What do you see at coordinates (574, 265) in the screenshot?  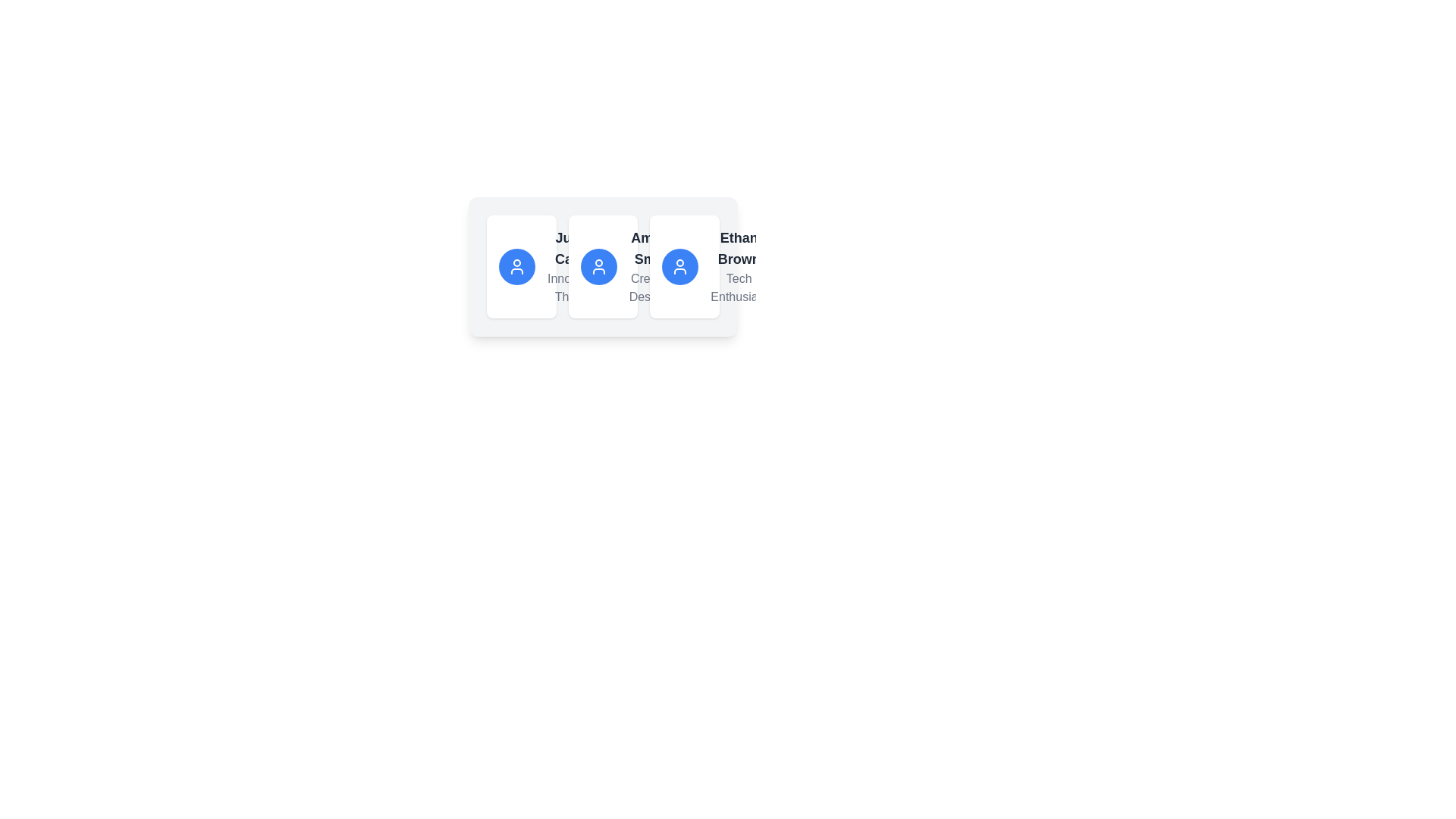 I see `the text display element that shows the user's name and tagline, positioned to the right of a user icon within a circular blue background, as the second item from the left` at bounding box center [574, 265].